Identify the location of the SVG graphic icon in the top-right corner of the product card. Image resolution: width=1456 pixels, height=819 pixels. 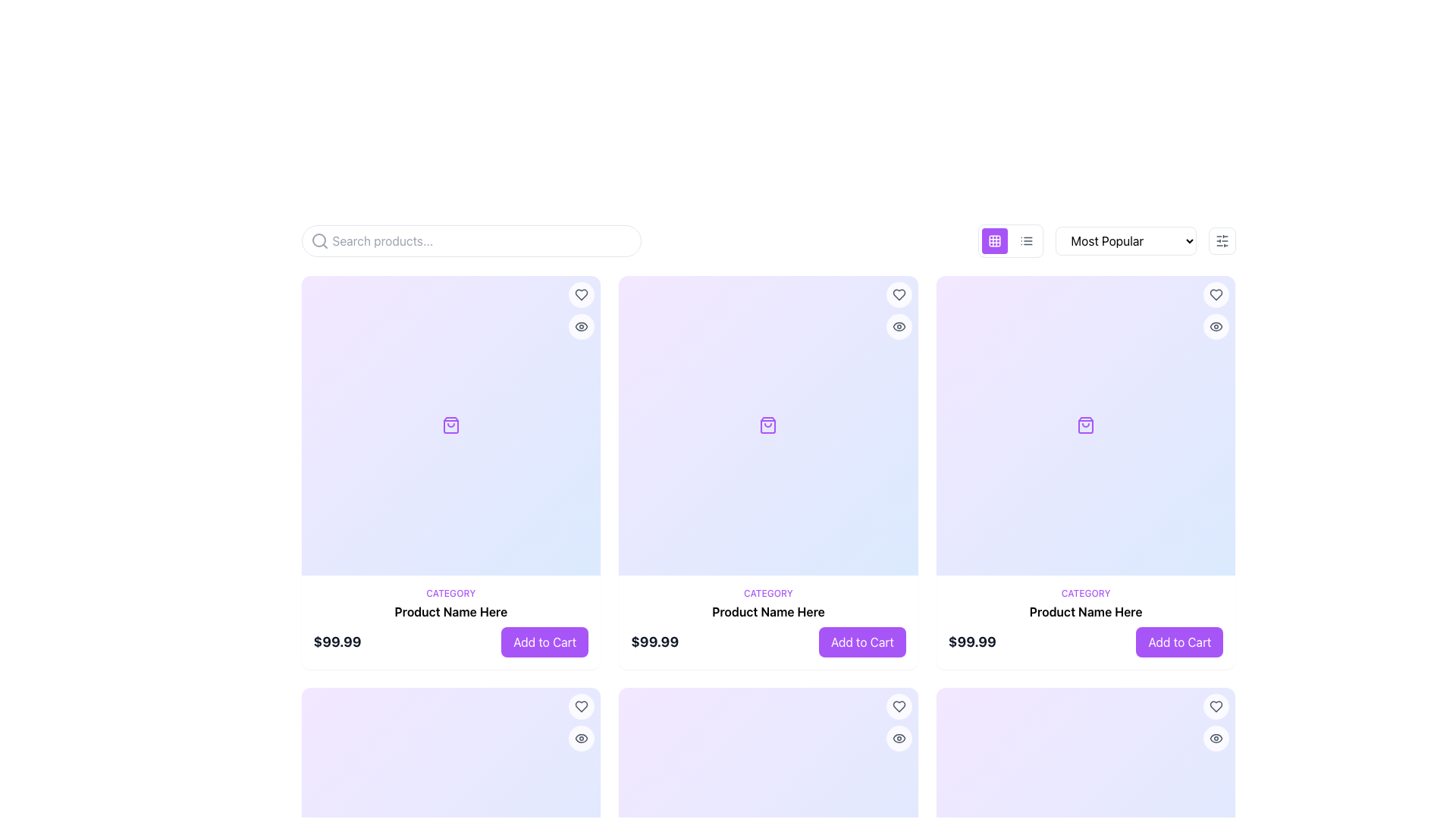
(581, 326).